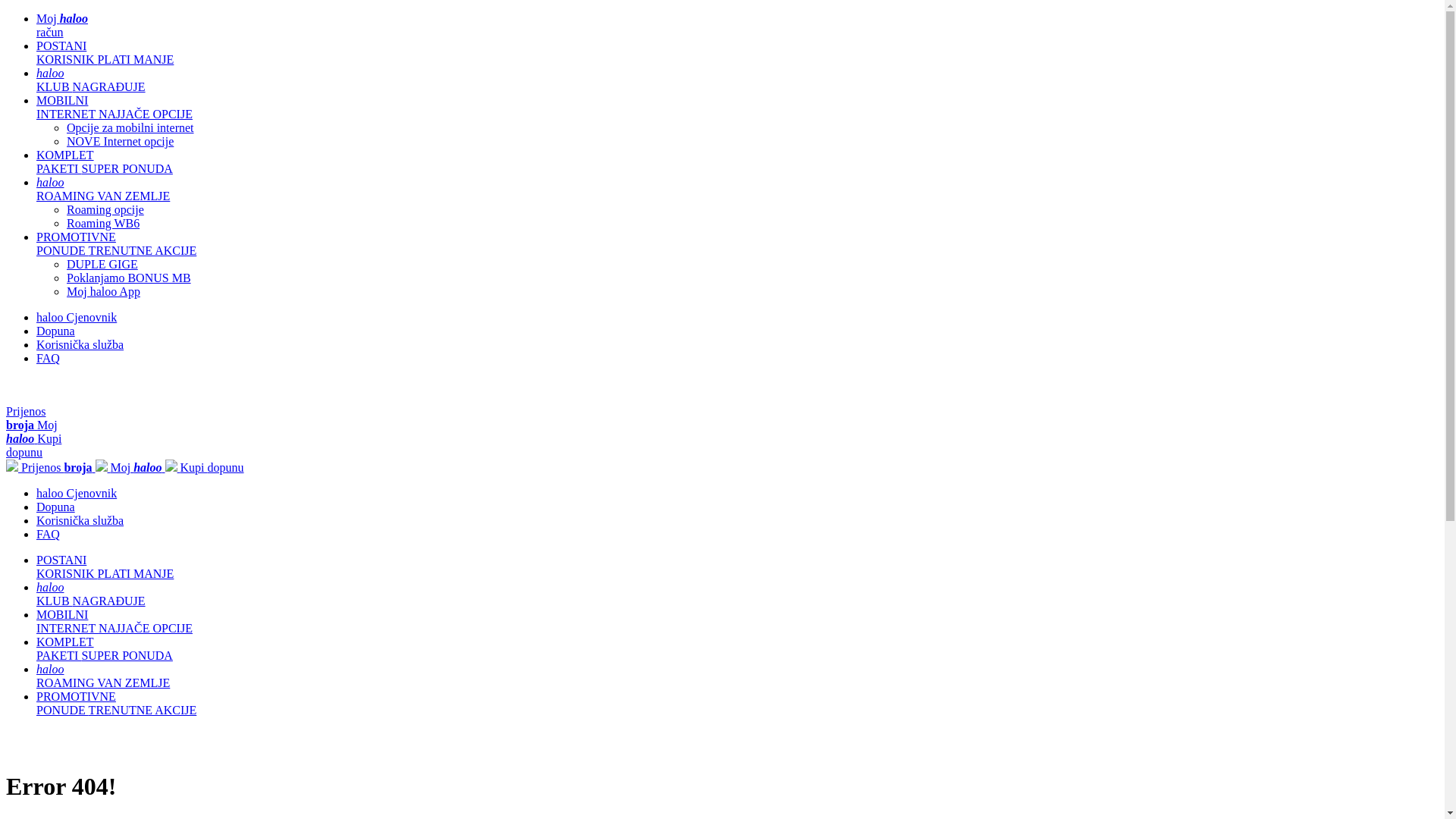  I want to click on 'haloo Cjenovnik', so click(75, 493).